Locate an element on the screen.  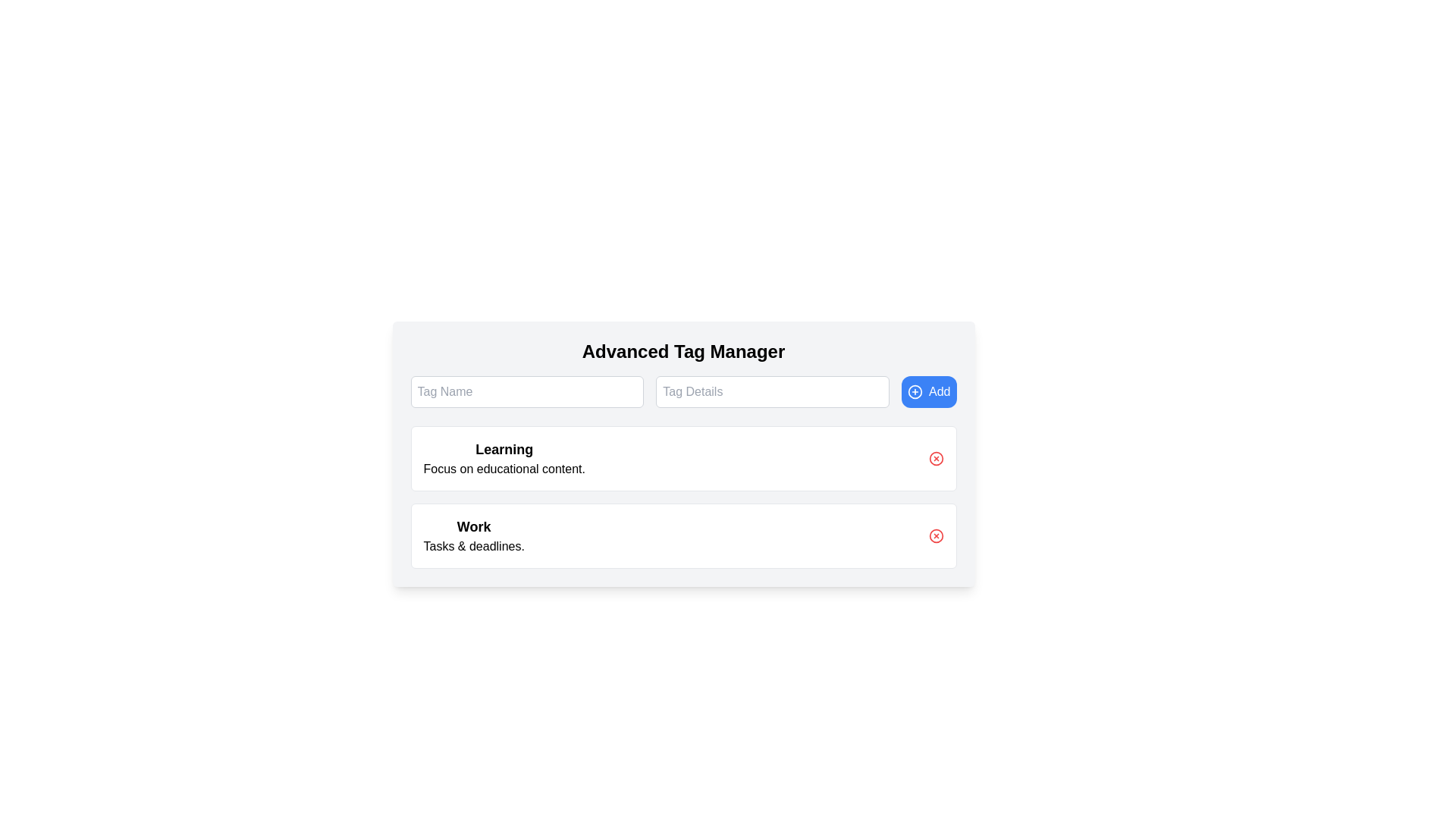
the text label that reads 'Focus on educational content.' which is positioned directly below the 'Learning' heading is located at coordinates (504, 468).